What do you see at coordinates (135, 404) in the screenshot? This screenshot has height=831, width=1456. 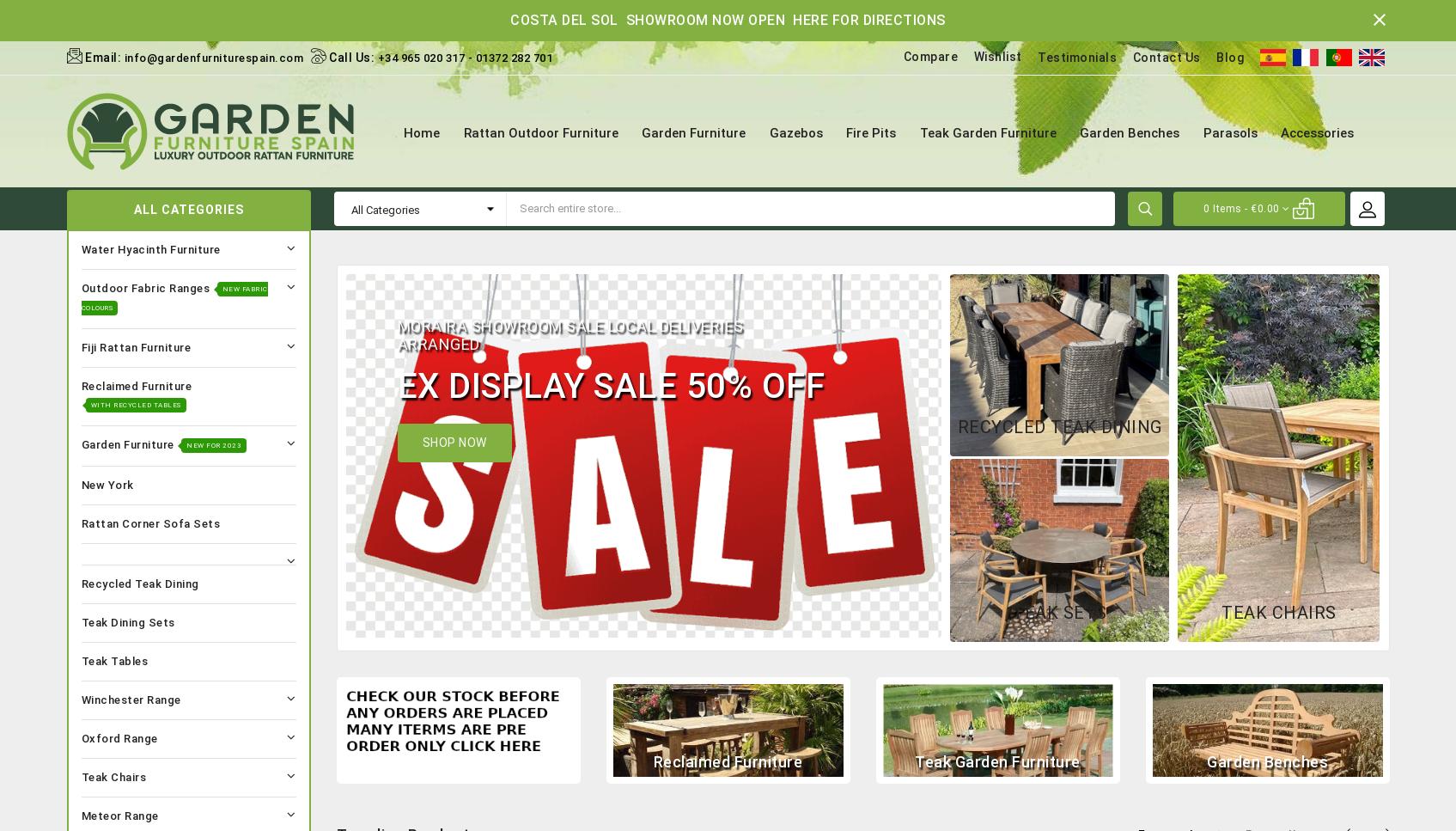 I see `'With Recycled Tables'` at bounding box center [135, 404].